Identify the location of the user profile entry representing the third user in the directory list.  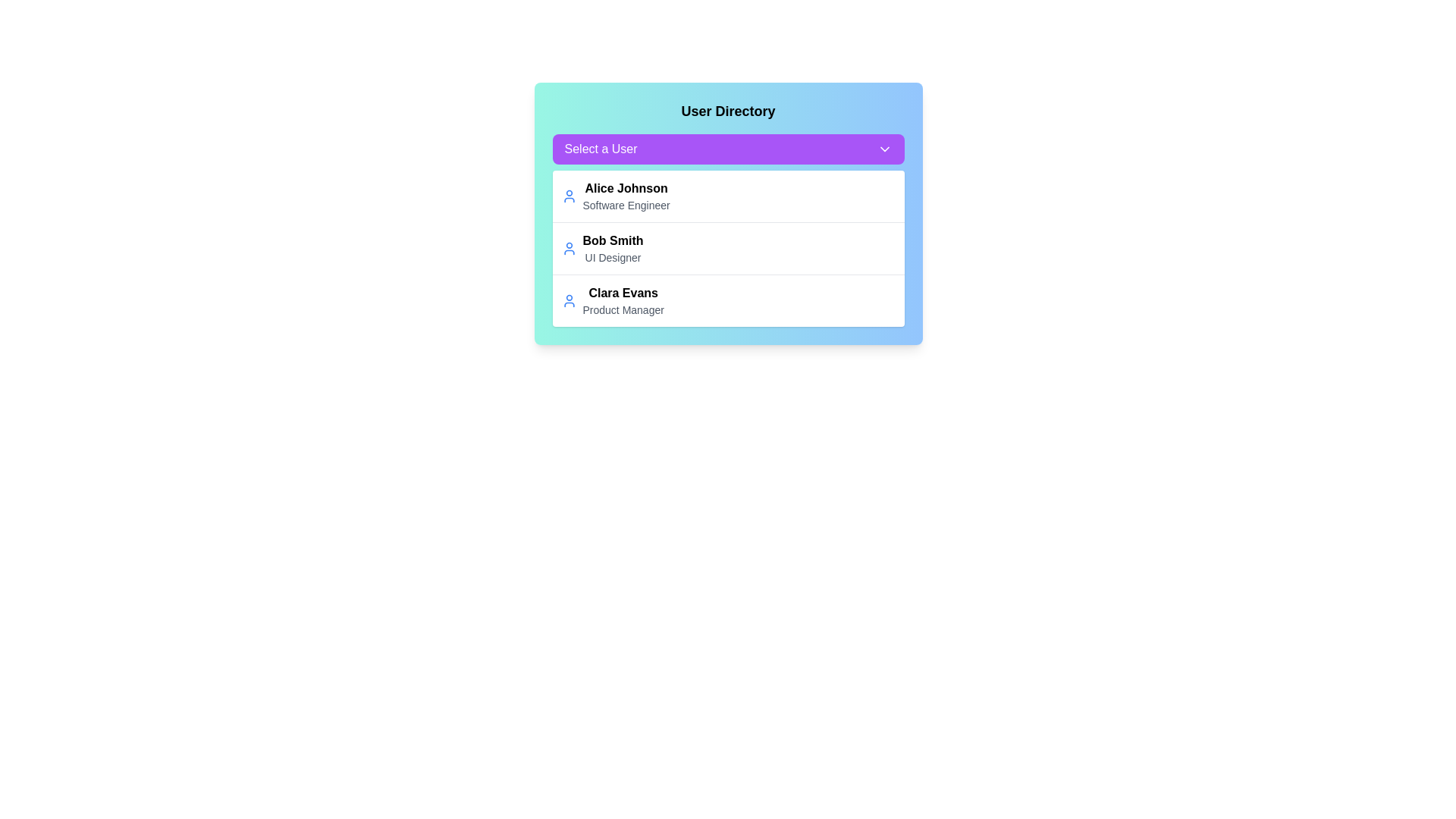
(613, 301).